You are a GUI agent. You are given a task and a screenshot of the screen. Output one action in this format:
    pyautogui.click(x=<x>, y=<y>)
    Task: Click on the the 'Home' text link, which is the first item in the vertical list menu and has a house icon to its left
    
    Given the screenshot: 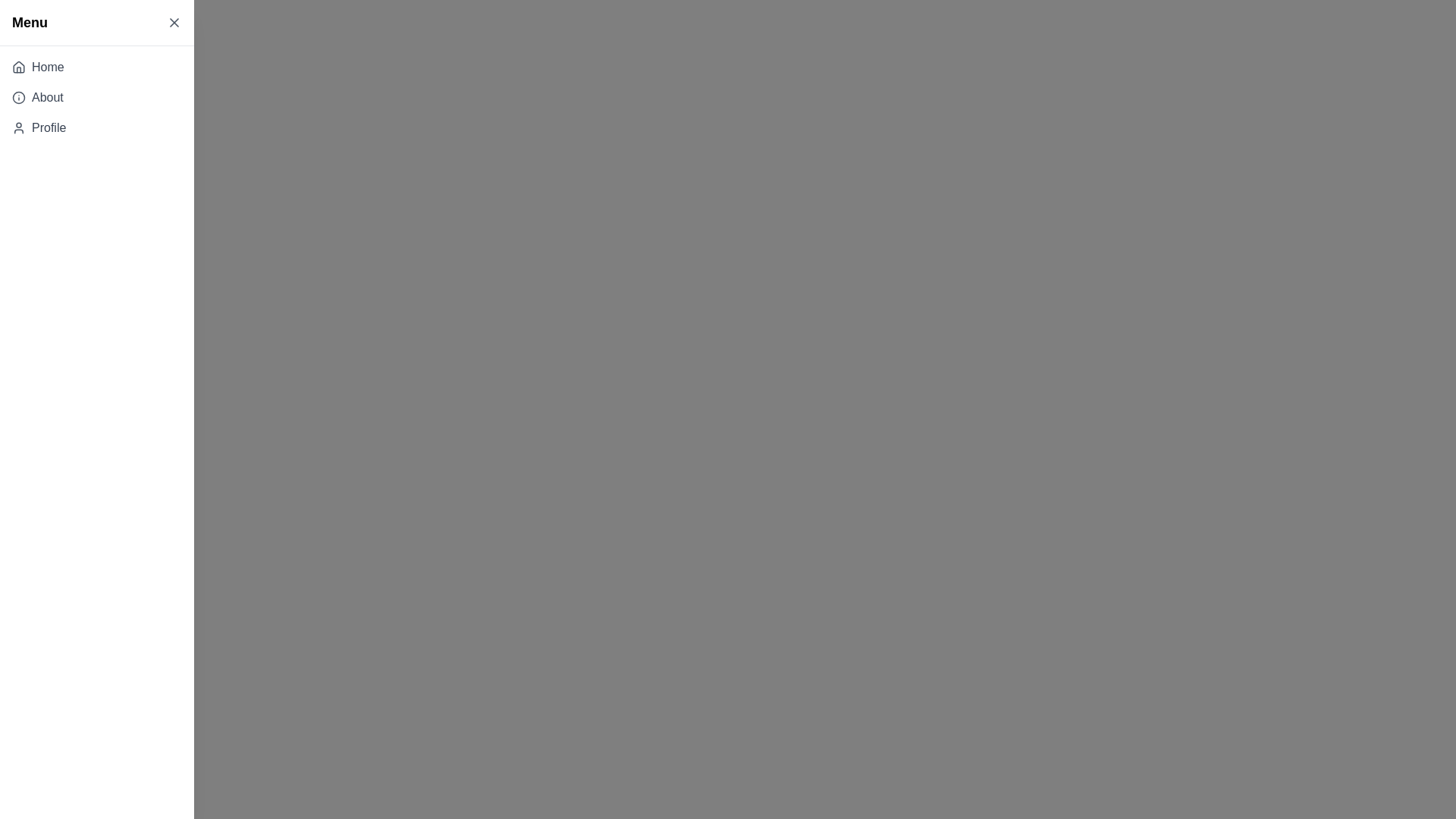 What is the action you would take?
    pyautogui.click(x=48, y=66)
    